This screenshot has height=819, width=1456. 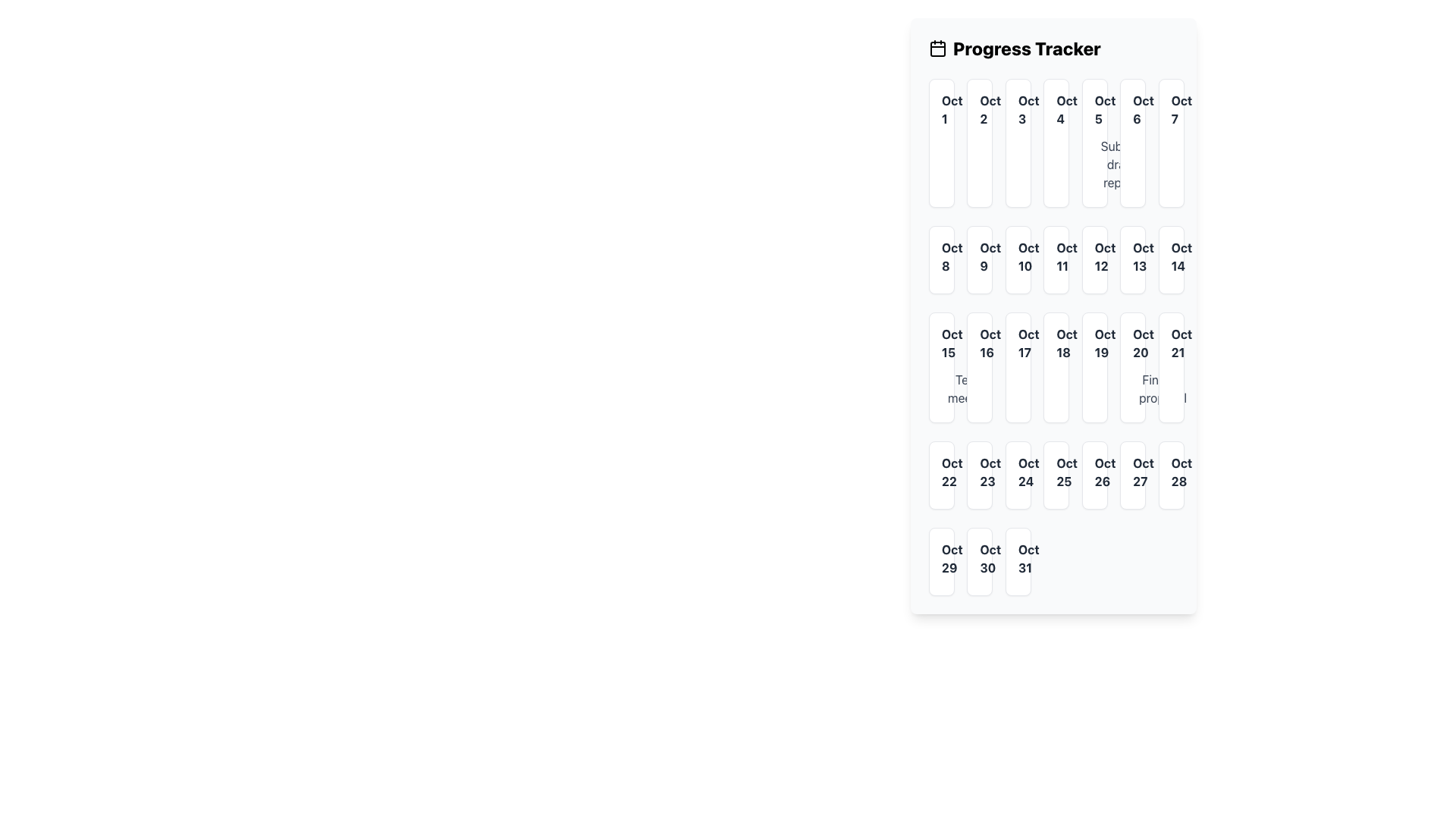 What do you see at coordinates (941, 561) in the screenshot?
I see `the Date cell displaying October 29 in the bottom-left corner of the calendar grid` at bounding box center [941, 561].